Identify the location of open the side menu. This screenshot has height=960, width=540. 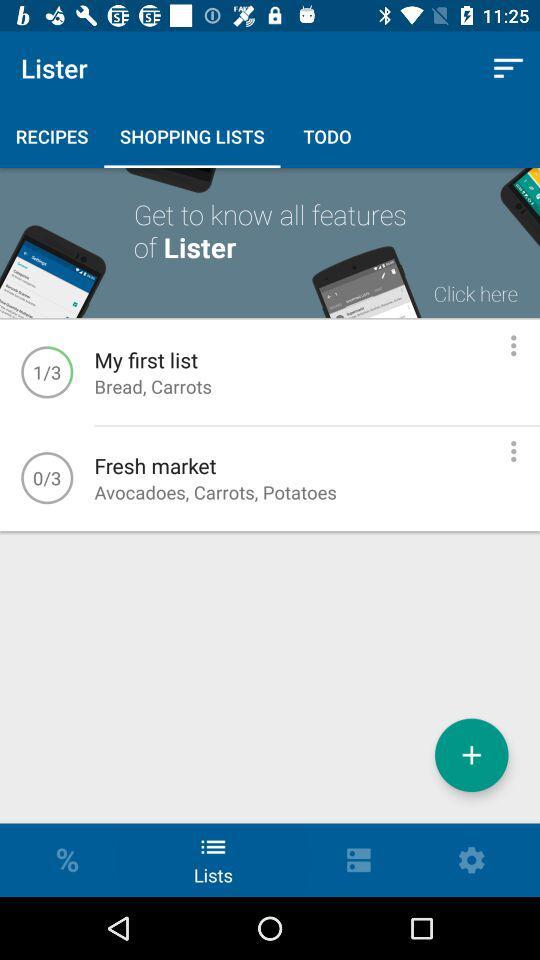
(513, 451).